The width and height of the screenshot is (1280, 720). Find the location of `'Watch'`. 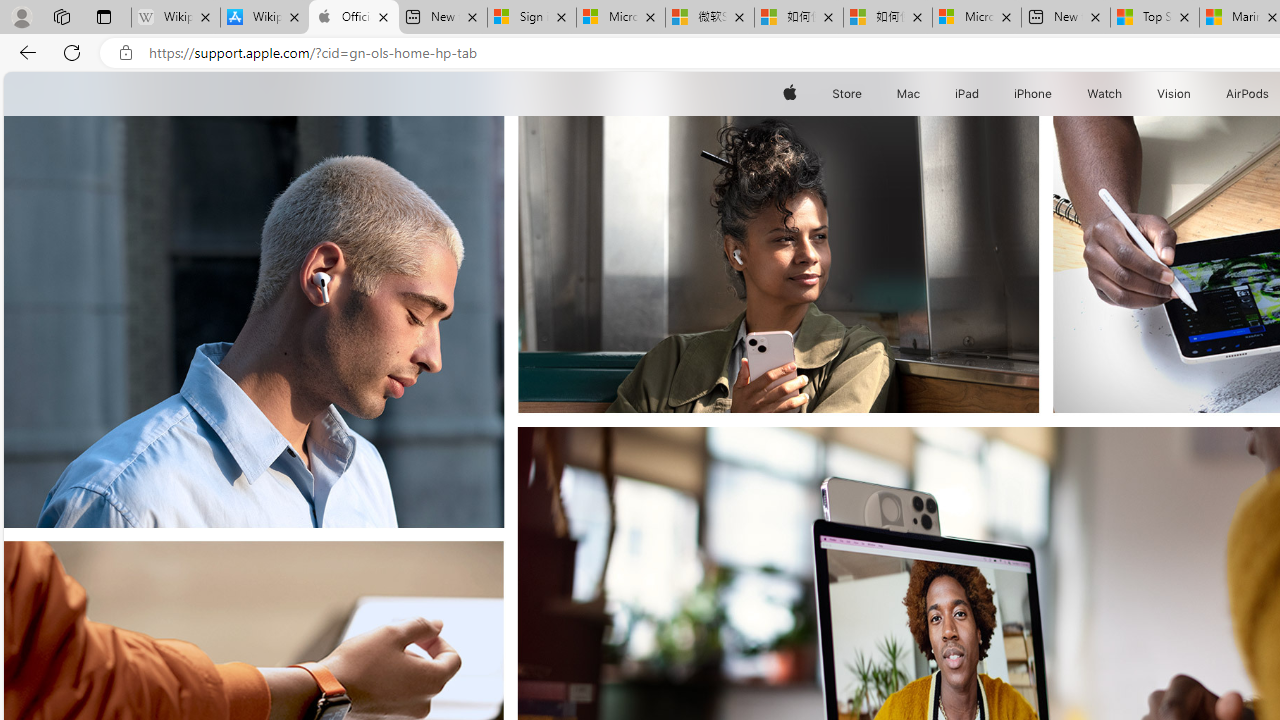

'Watch' is located at coordinates (1104, 93).